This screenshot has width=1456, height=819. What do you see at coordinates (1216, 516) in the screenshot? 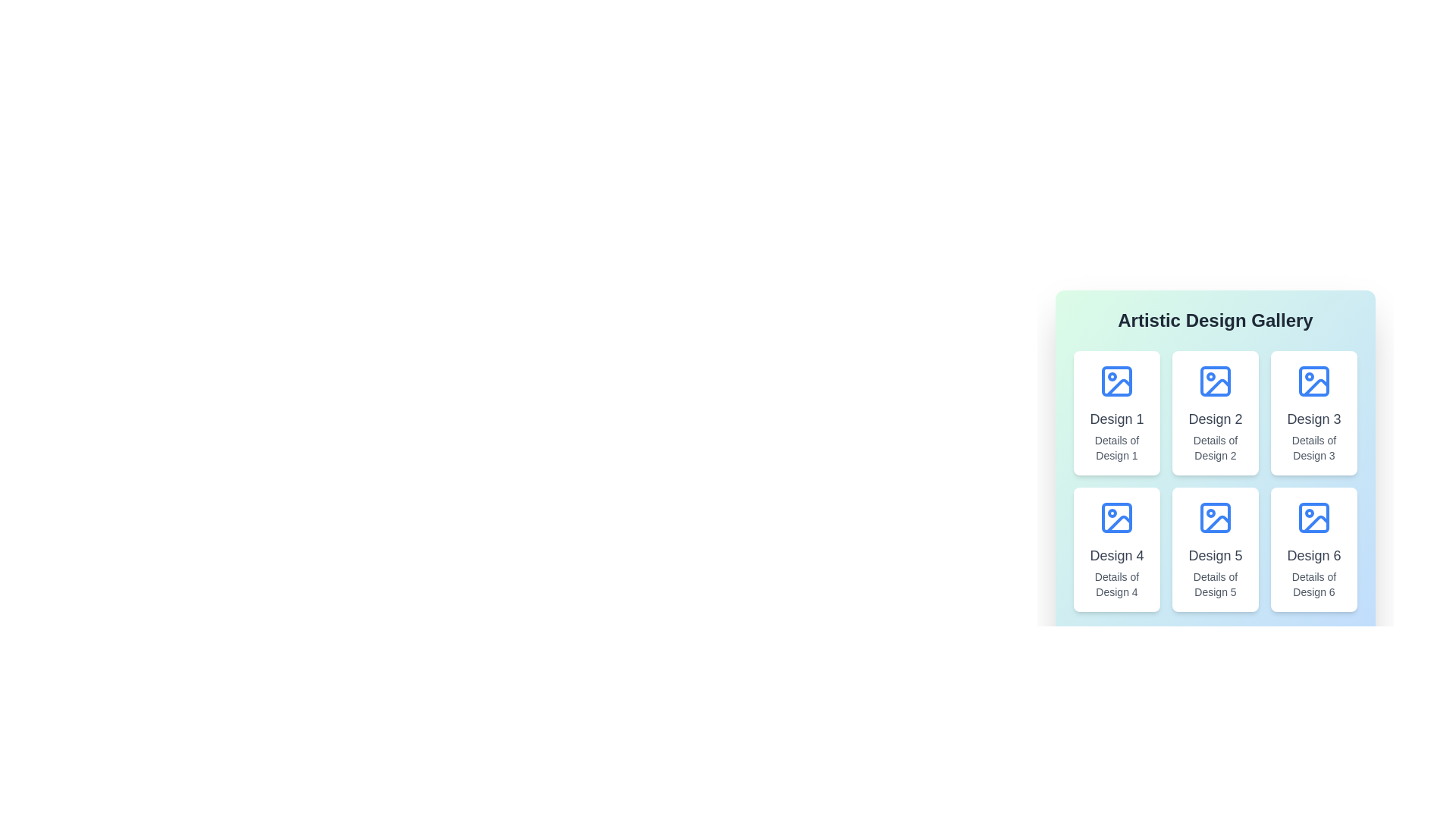
I see `the larger region of the Decorative SVG rectangle located in the center column of the second row within the 'Design 5' card of the Artistic Design Gallery` at bounding box center [1216, 516].